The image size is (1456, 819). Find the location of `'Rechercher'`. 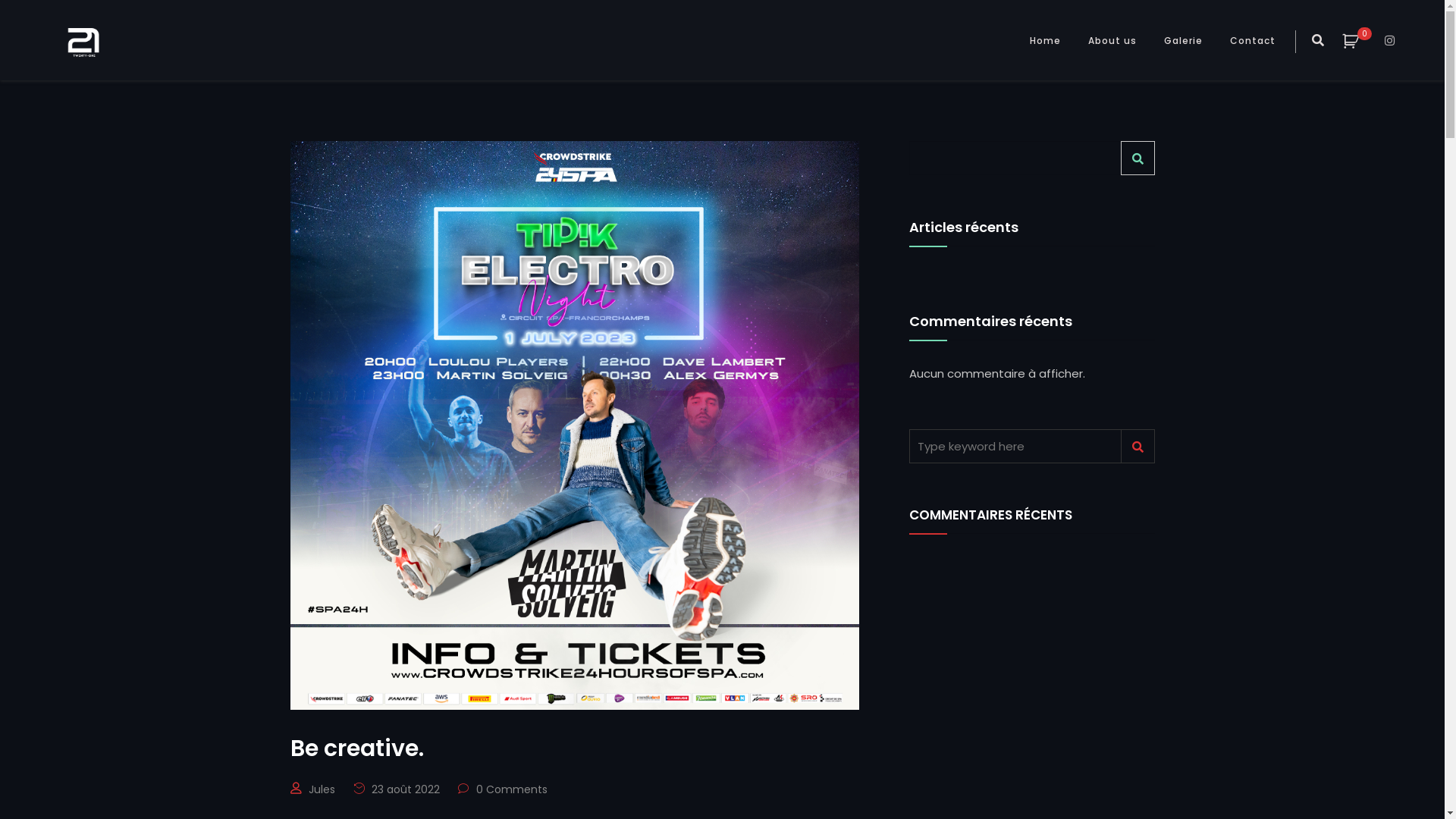

'Rechercher' is located at coordinates (1137, 158).